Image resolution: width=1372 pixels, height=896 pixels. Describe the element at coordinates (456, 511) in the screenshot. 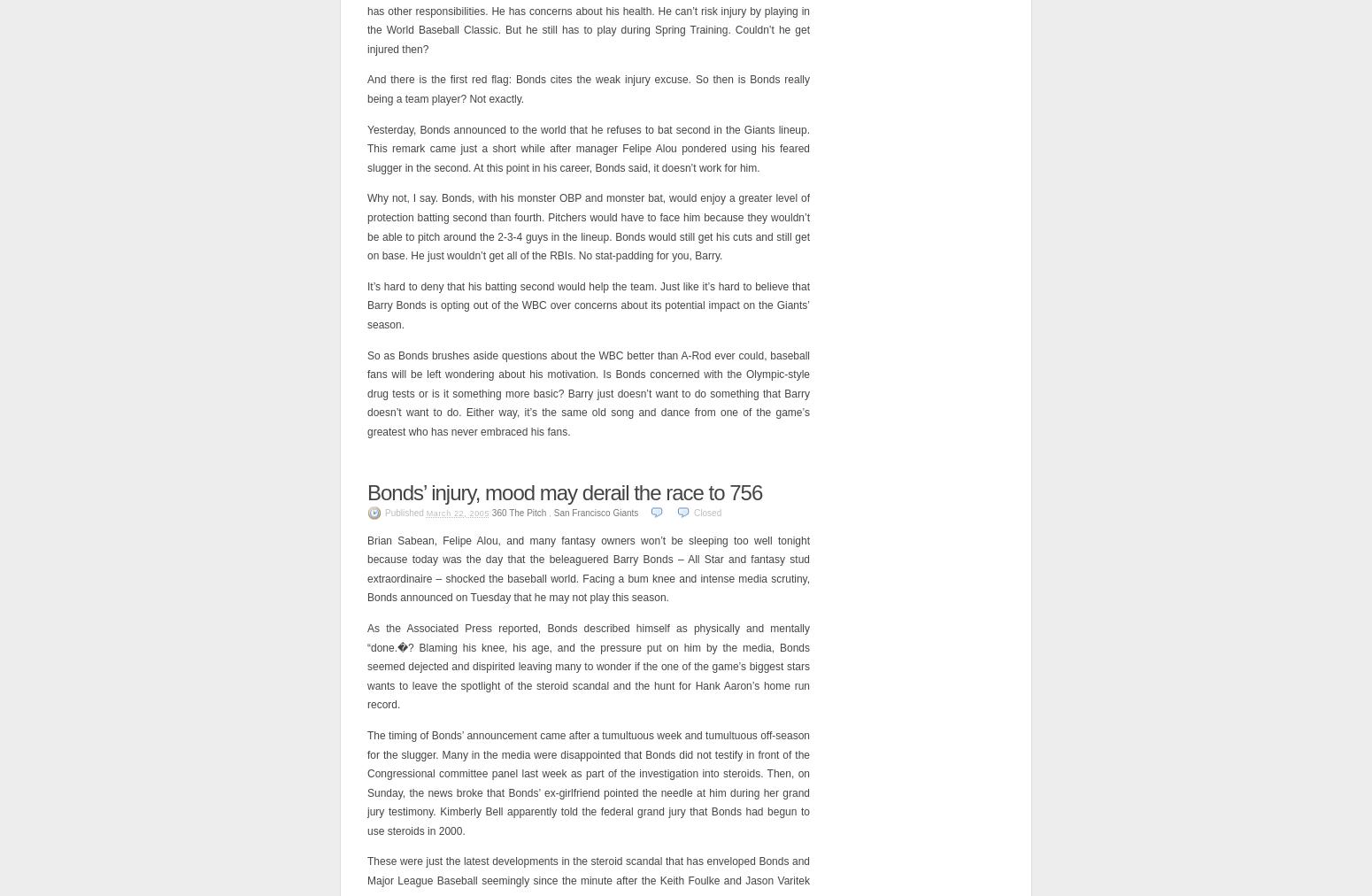

I see `'March 22, 2005'` at that location.